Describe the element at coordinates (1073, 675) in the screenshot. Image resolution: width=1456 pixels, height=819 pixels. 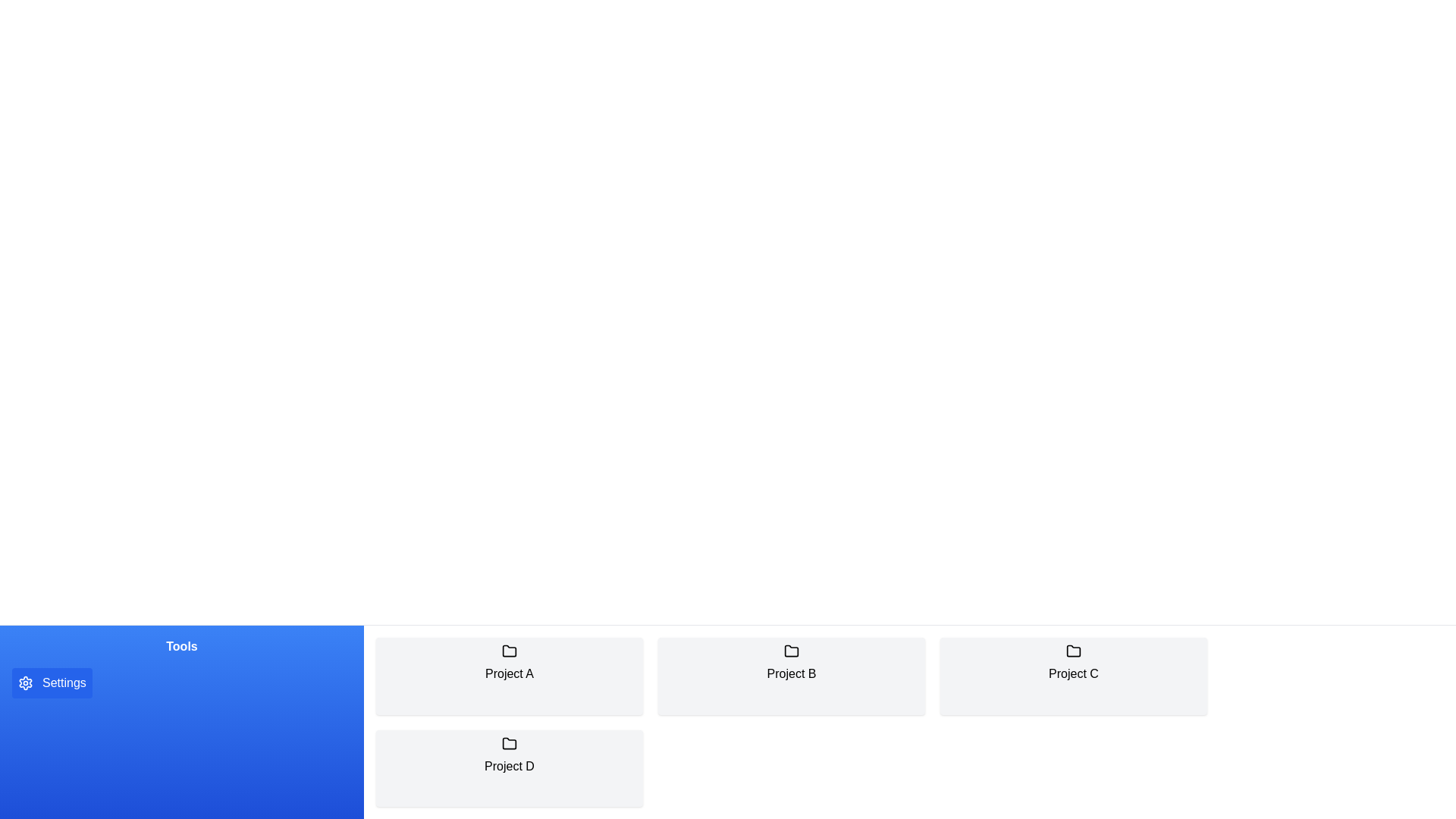
I see `the third card labeled 'Project C', which features a light gray background, rounded corners, and a black folder icon at the top with the text label 'Project C' below it` at that location.